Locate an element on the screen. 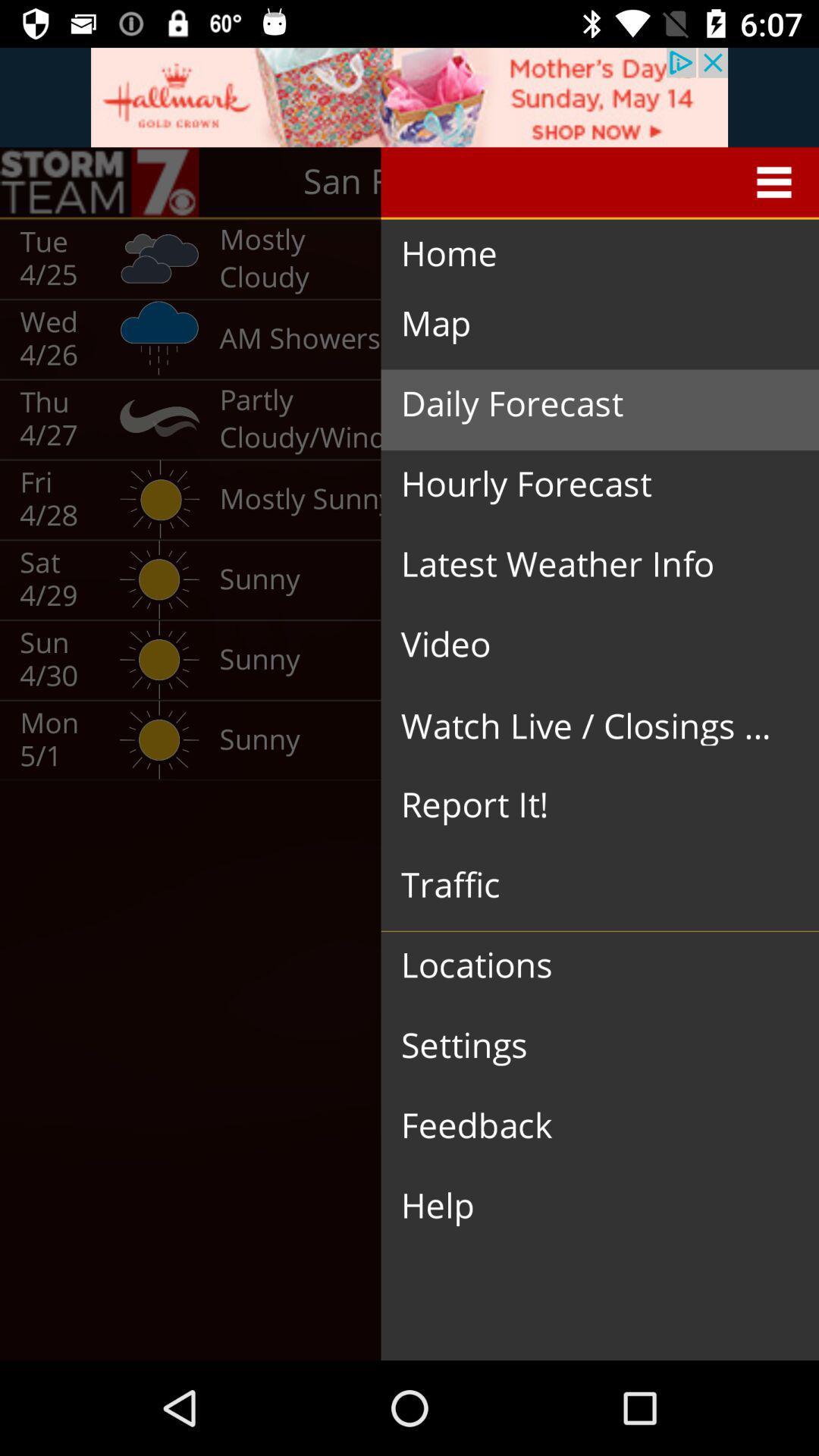 The image size is (819, 1456). latest weather info item is located at coordinates (587, 564).